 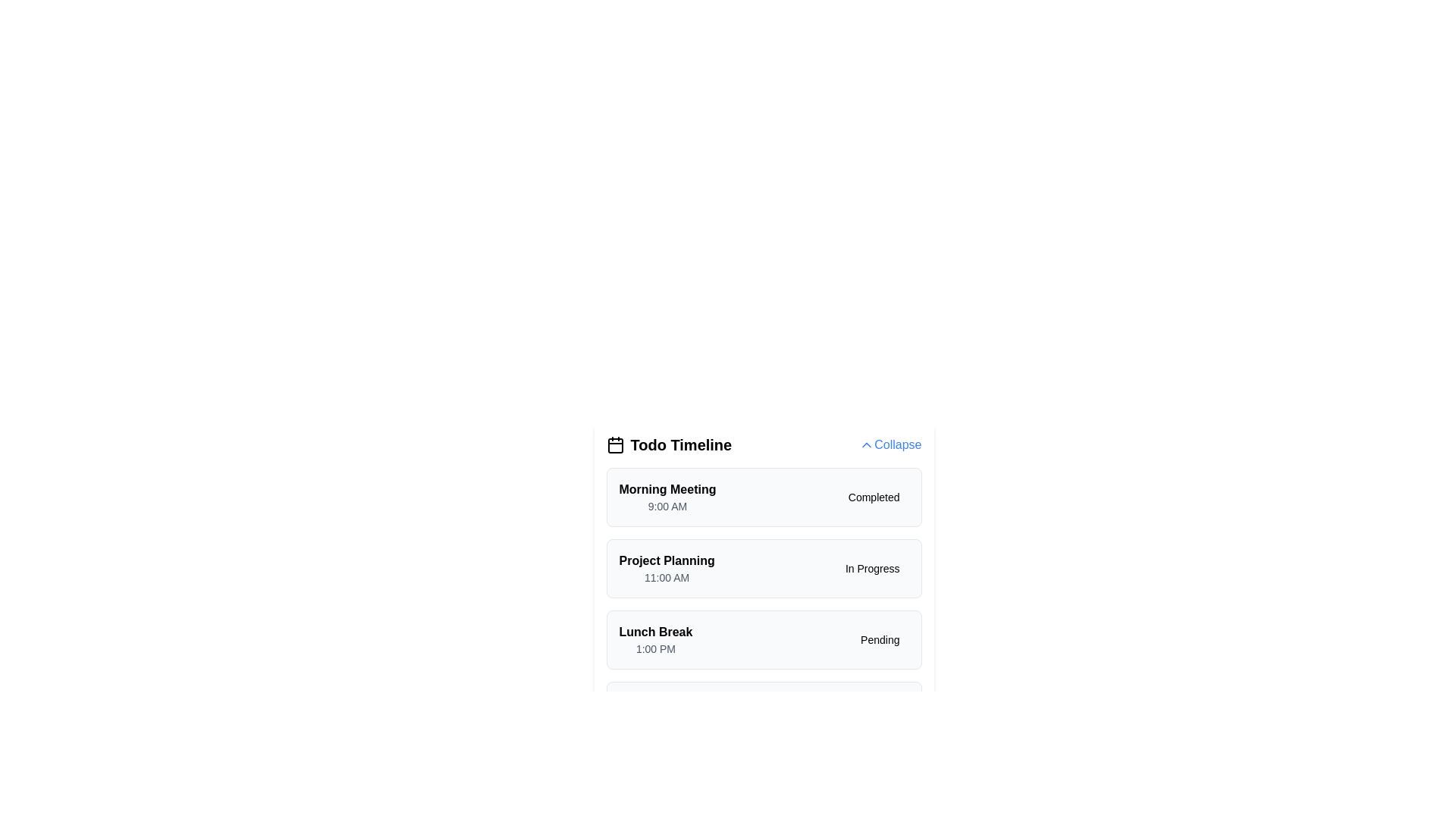 What do you see at coordinates (655, 640) in the screenshot?
I see `information displayed in the Text Display element that shows 'Lunch Break' and '1:00 PM' in the Todo Timeline section` at bounding box center [655, 640].